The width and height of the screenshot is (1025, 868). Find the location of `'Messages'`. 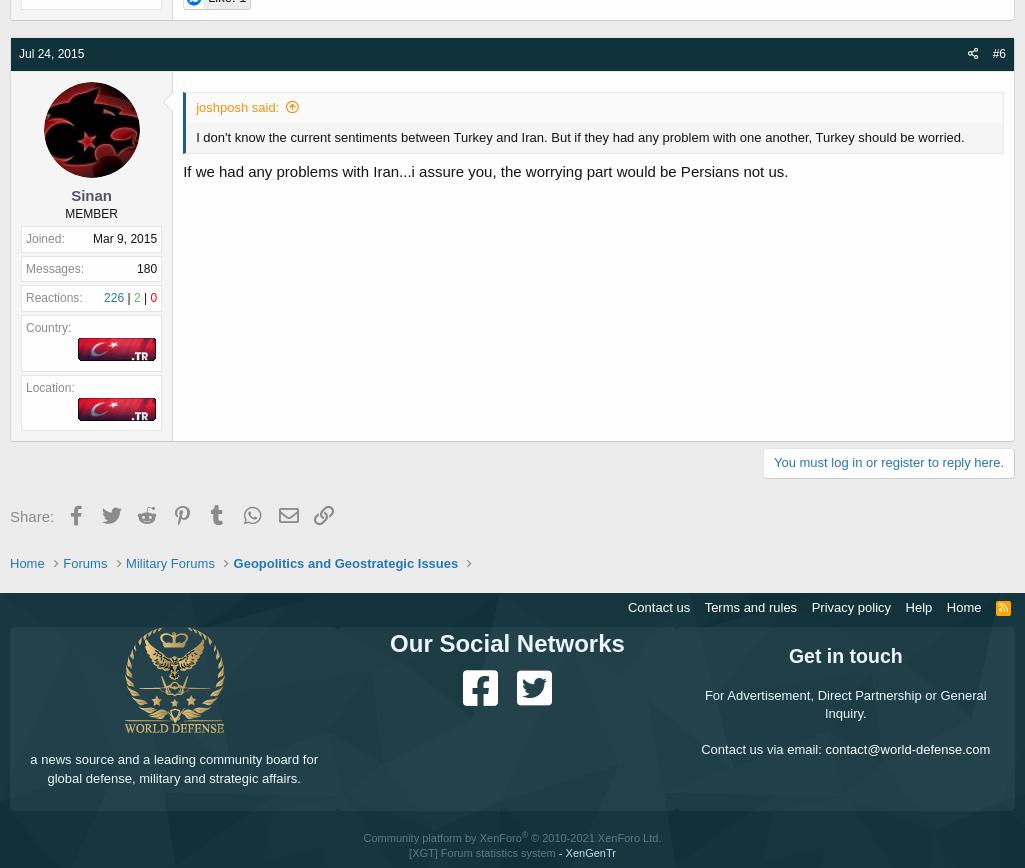

'Messages' is located at coordinates (51, 268).